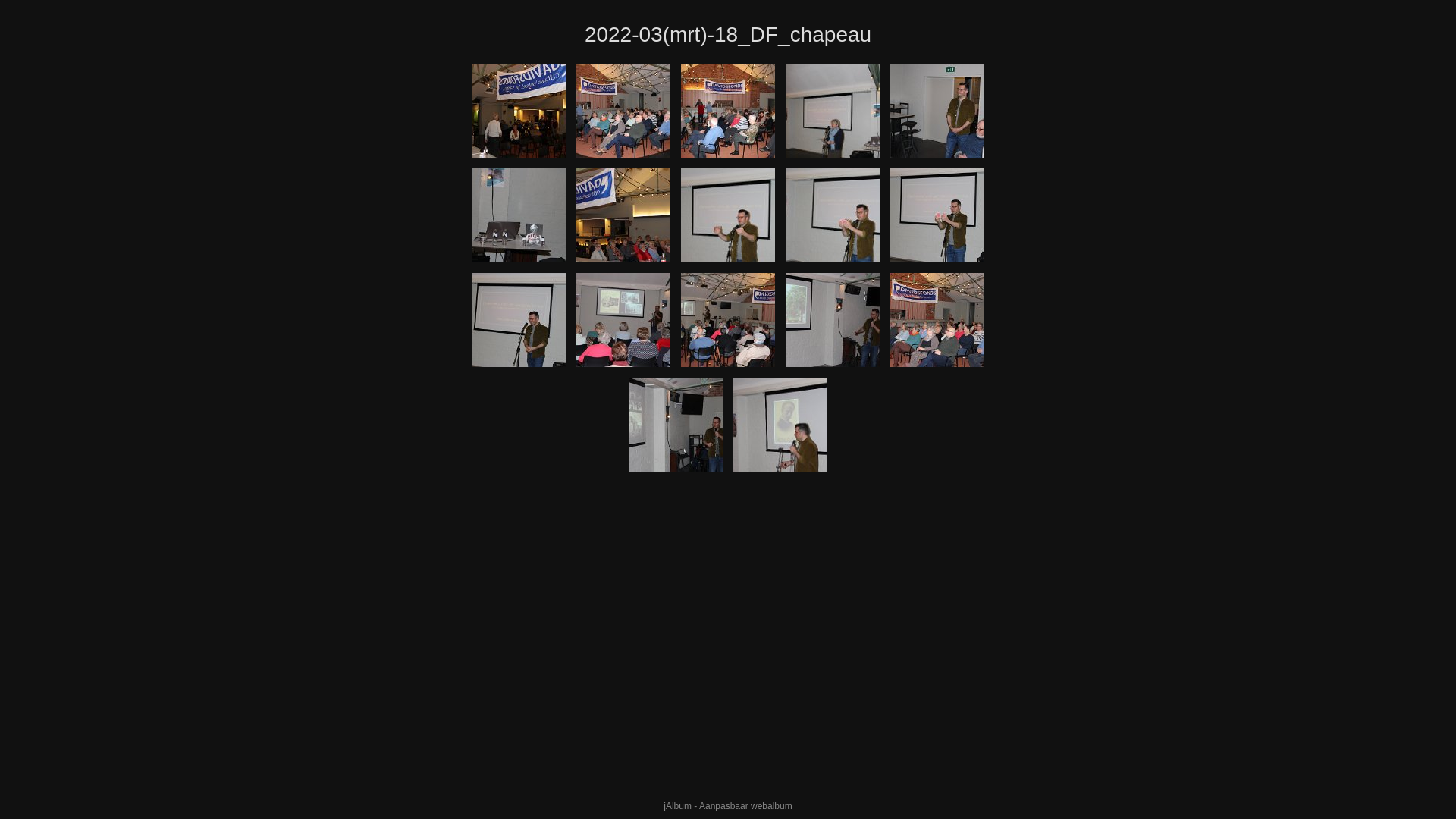  I want to click on 'jAlbum - Aanpasbaar webalbum', so click(726, 805).